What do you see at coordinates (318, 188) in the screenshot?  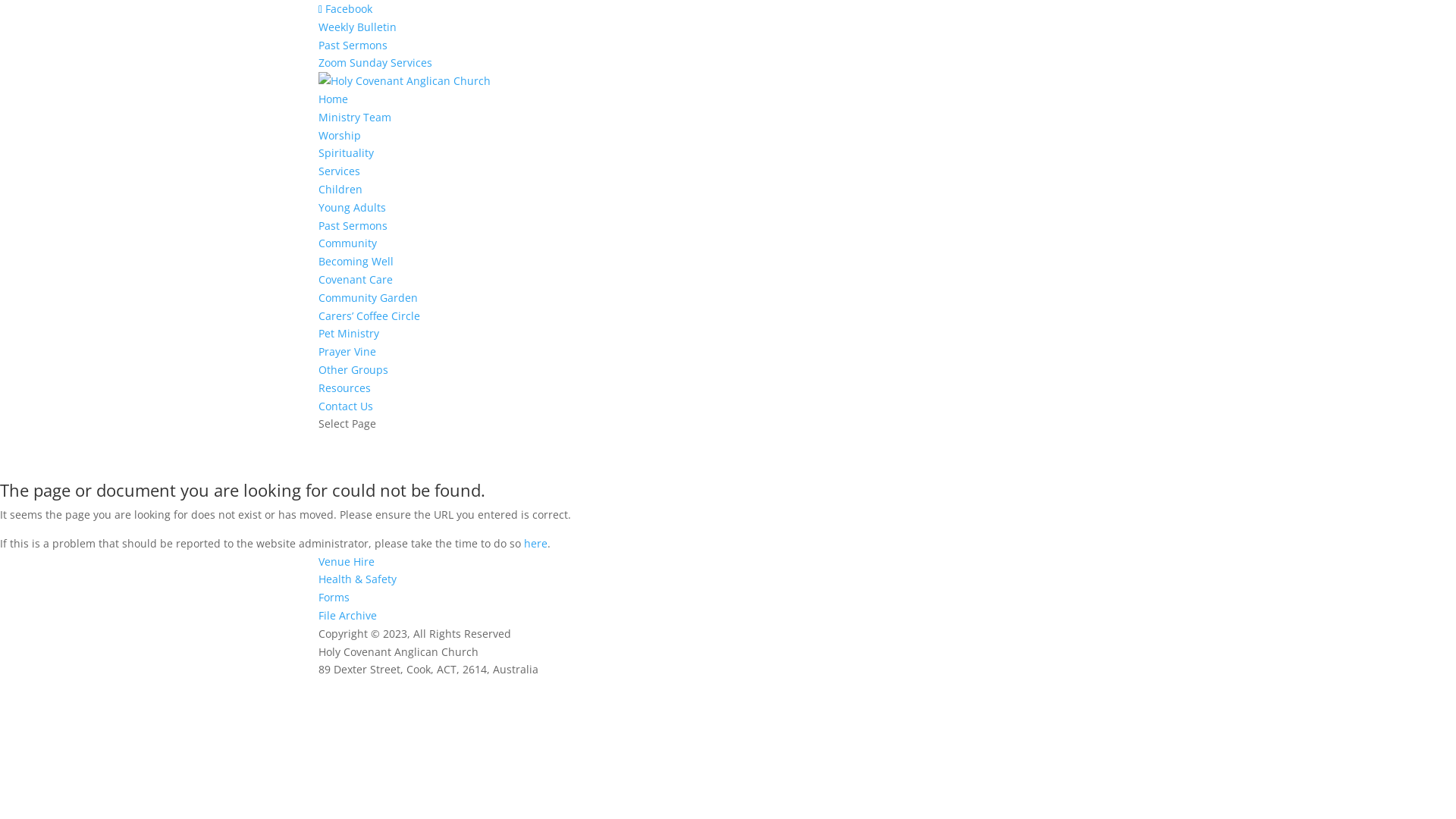 I see `'Children'` at bounding box center [318, 188].